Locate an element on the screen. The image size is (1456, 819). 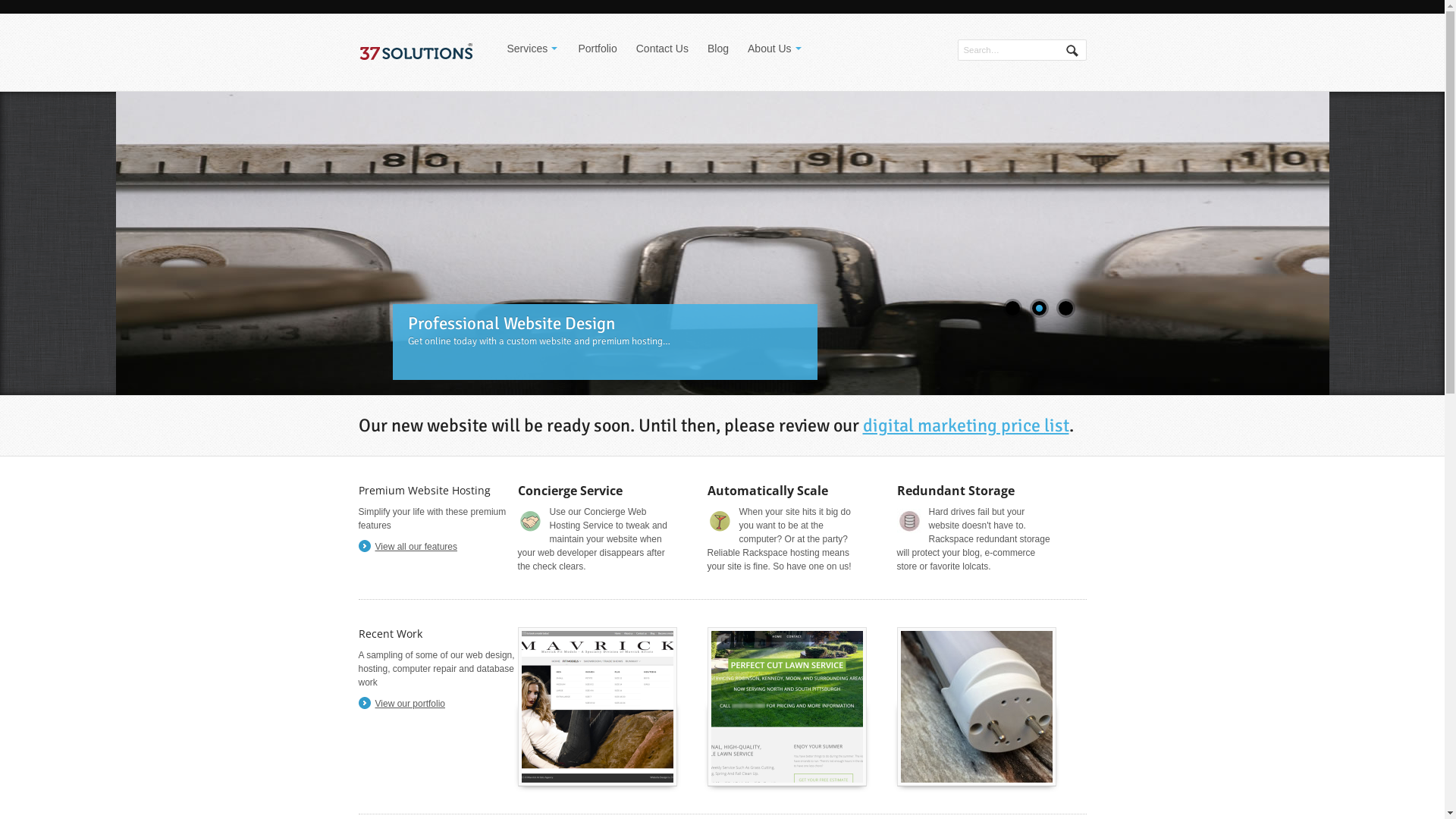
'digital marketing price list' is located at coordinates (965, 425).